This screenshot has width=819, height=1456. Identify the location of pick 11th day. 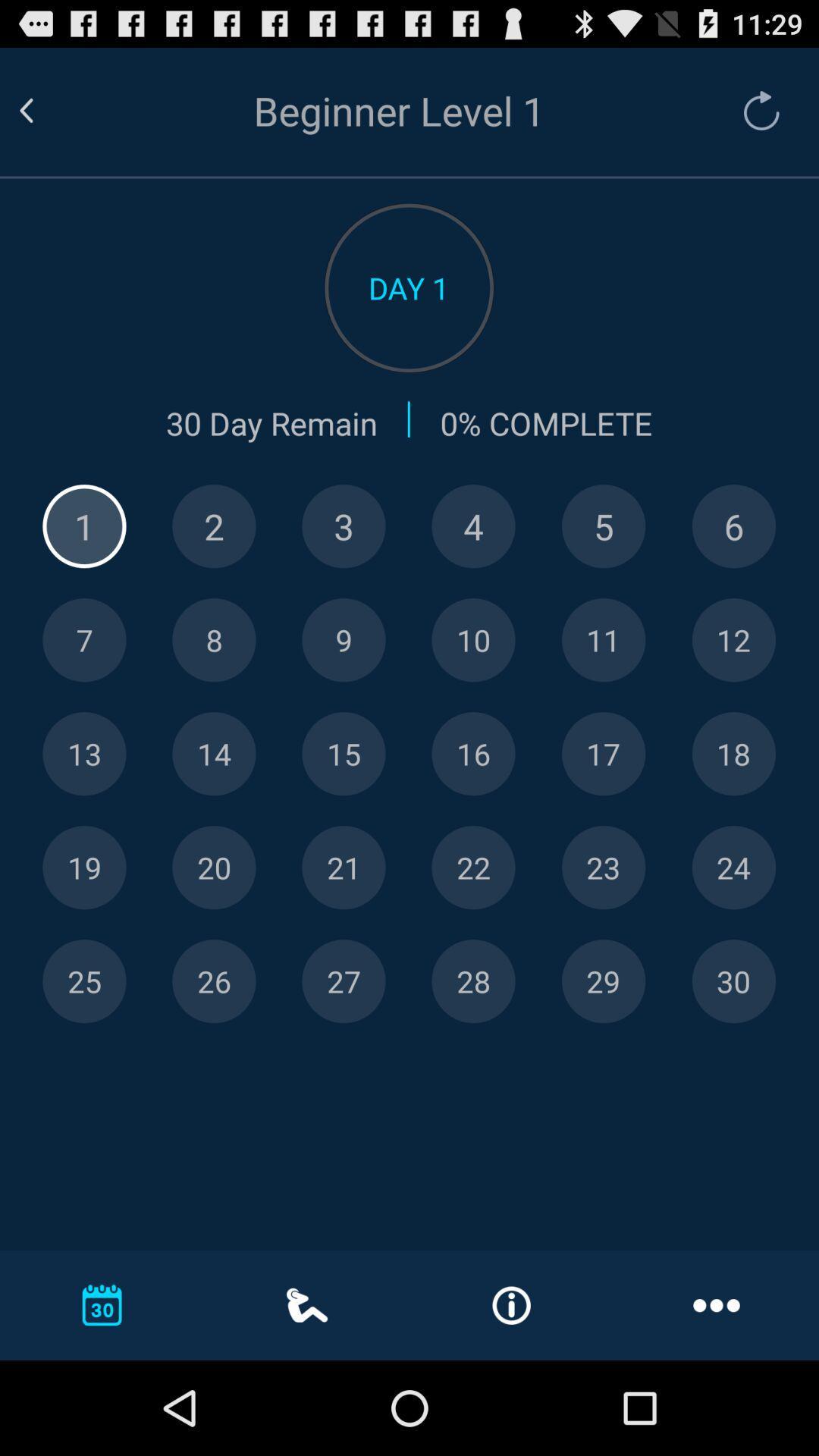
(603, 640).